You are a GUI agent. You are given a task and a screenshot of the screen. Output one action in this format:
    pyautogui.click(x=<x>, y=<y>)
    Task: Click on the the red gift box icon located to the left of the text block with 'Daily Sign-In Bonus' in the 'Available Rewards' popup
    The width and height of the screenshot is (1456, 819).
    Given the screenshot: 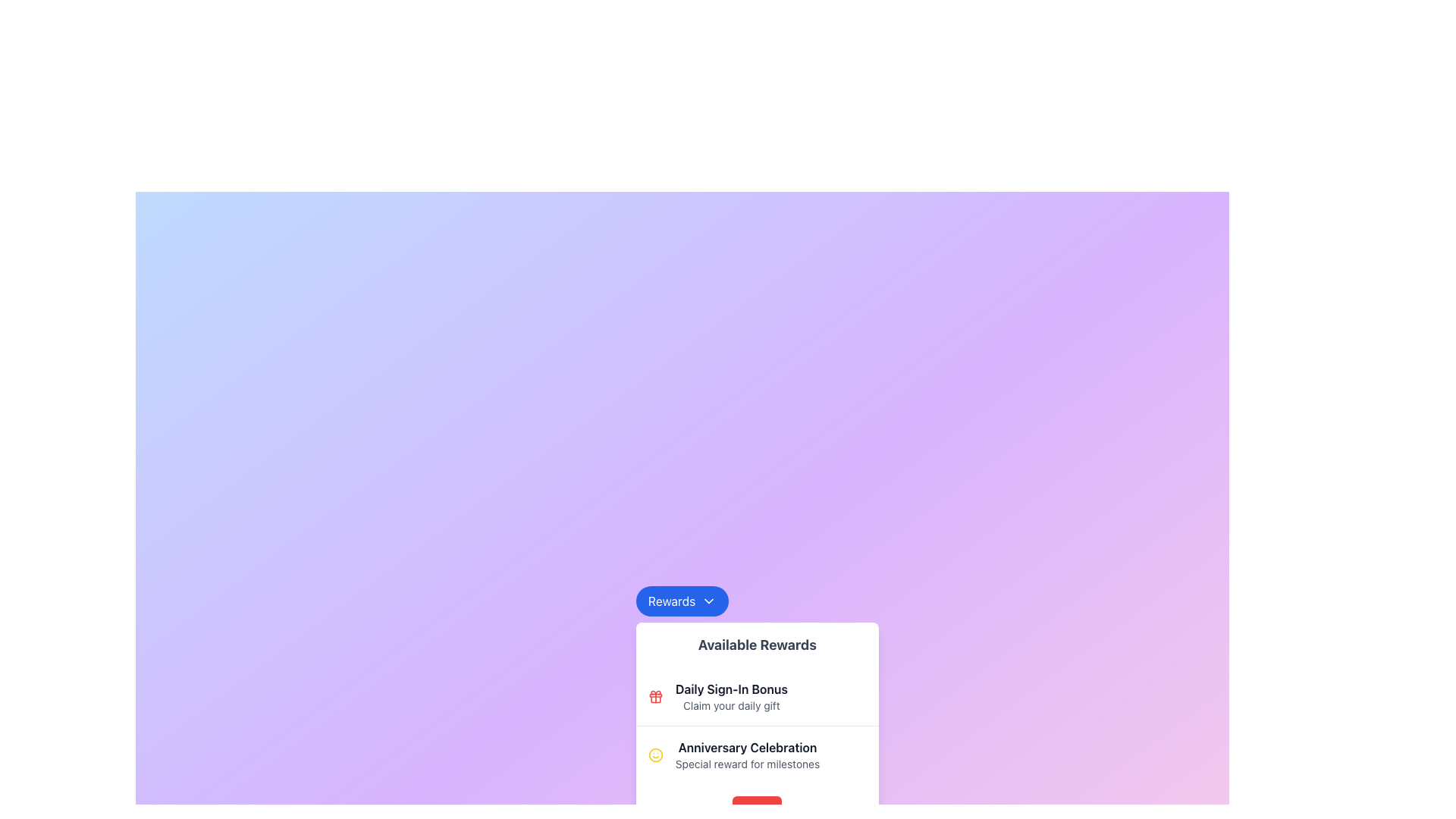 What is the action you would take?
    pyautogui.click(x=655, y=696)
    